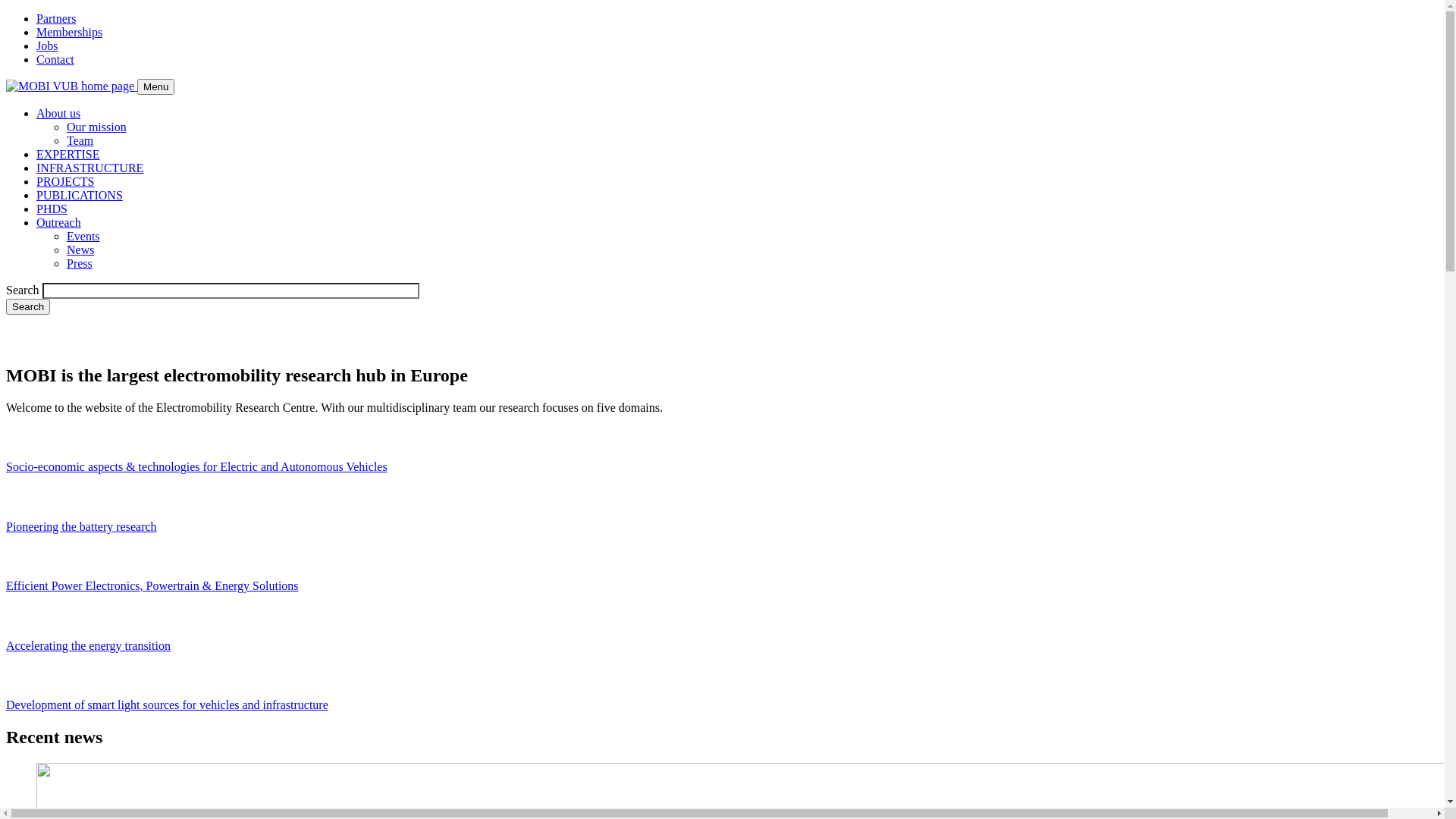  I want to click on 'EXPERTISE', so click(67, 154).